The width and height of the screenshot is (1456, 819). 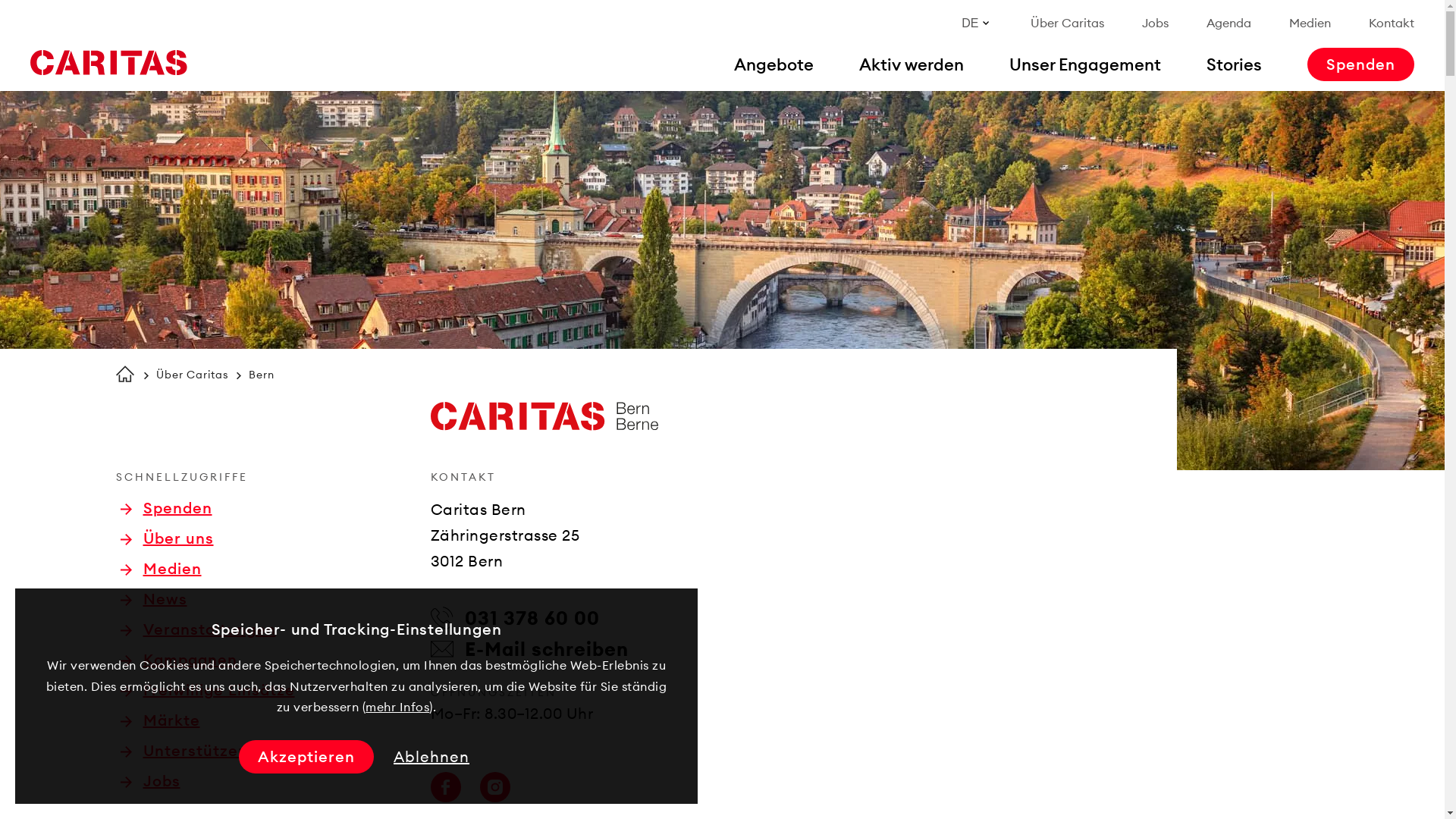 I want to click on 'Kampagnen', so click(x=178, y=659).